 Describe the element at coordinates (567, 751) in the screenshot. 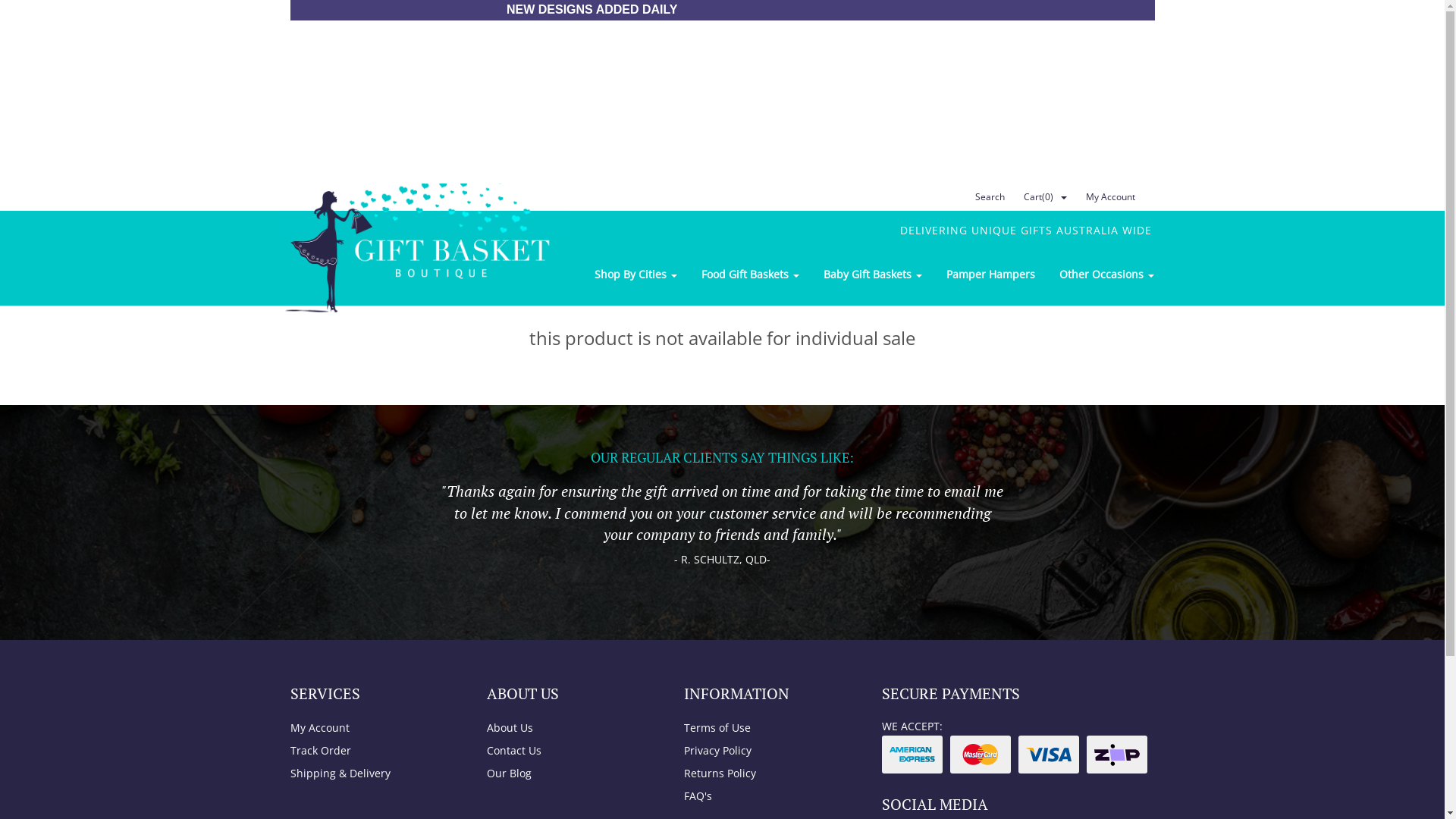

I see `'Contact Us'` at that location.